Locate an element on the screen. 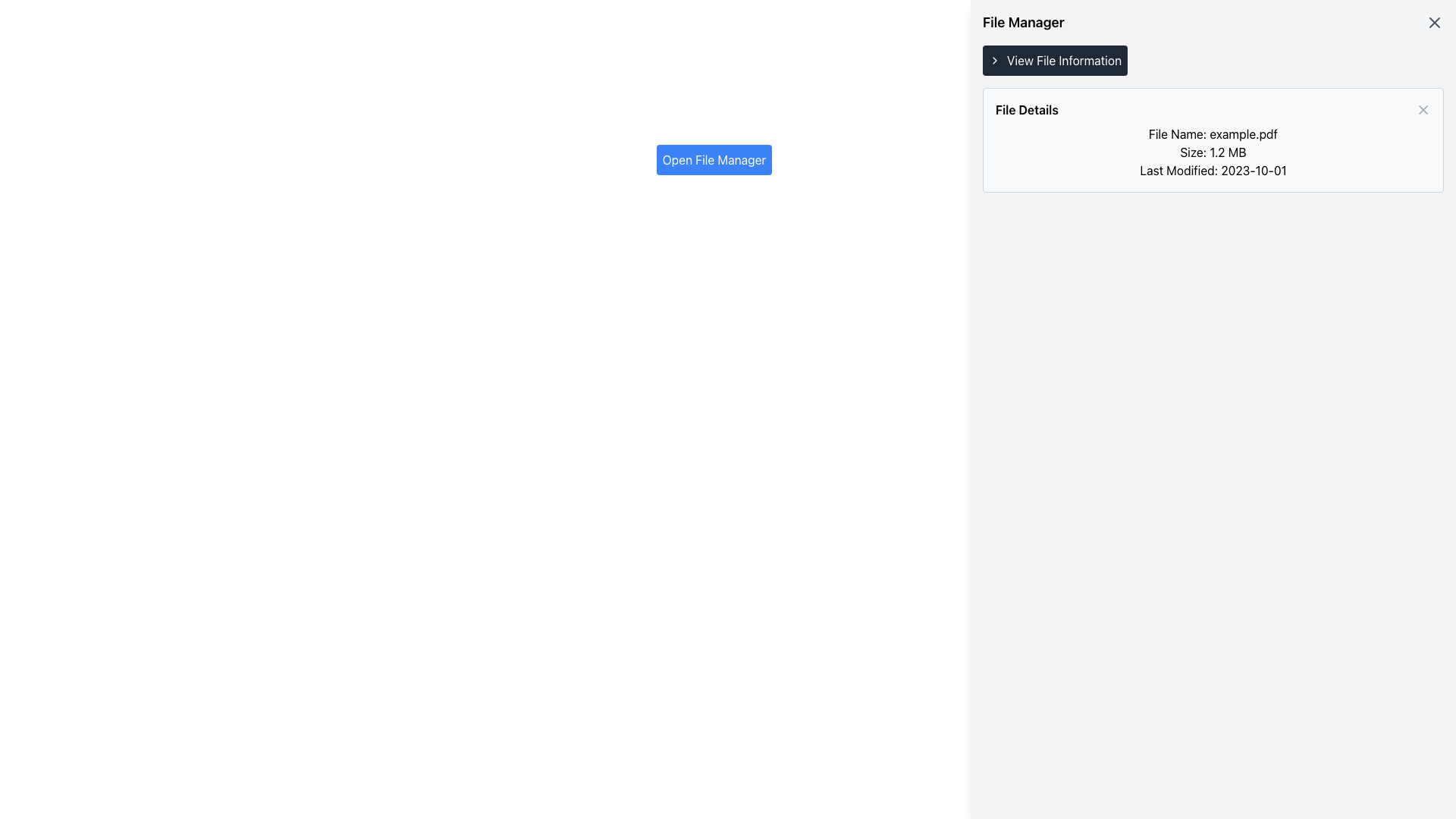 The image size is (1456, 819). the SVG icon representing the close button located at the top-right corner of the 'File Details' box is located at coordinates (1422, 109).